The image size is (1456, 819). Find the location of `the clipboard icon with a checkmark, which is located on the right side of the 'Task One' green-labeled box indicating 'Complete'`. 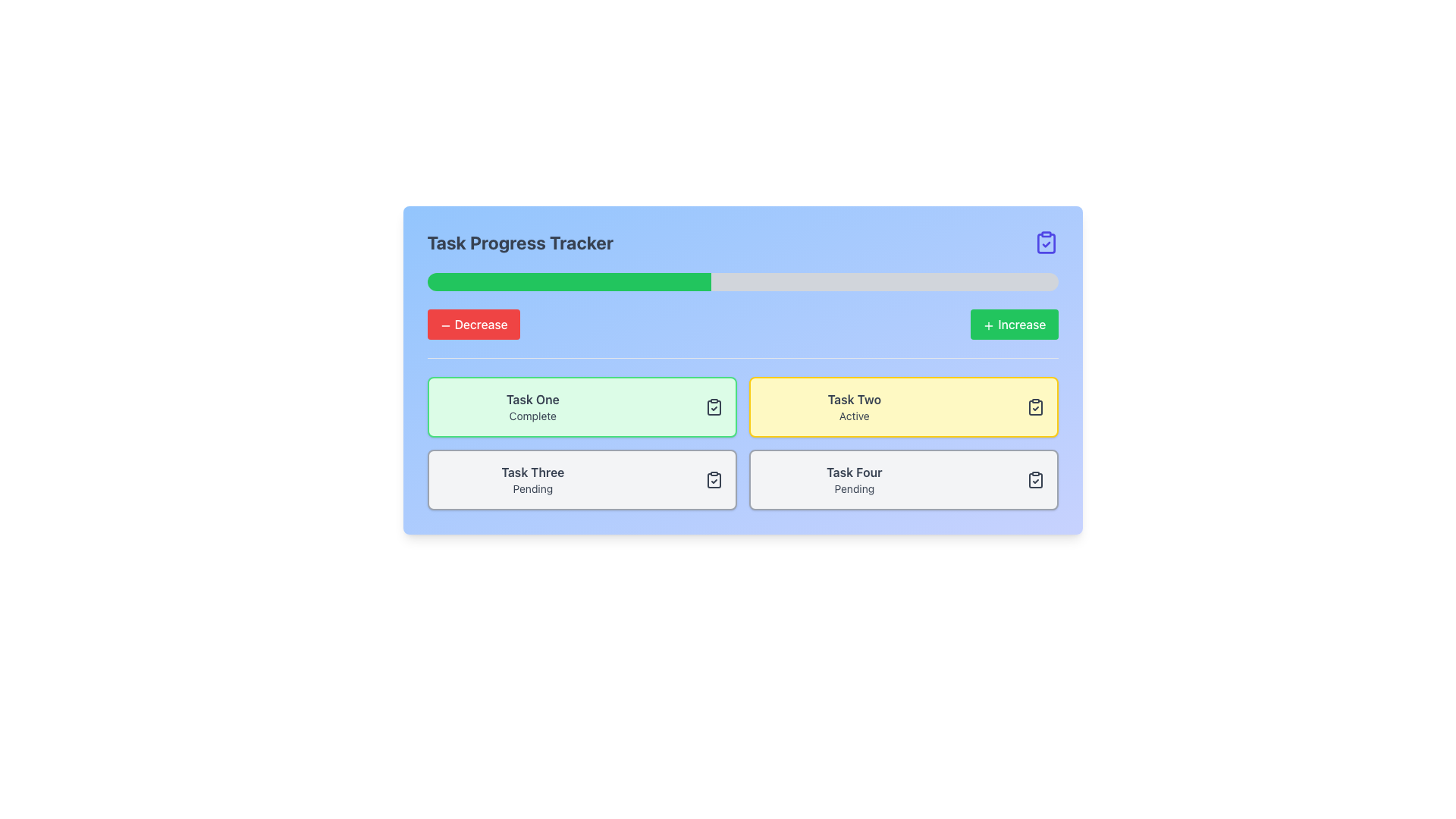

the clipboard icon with a checkmark, which is located on the right side of the 'Task One' green-labeled box indicating 'Complete' is located at coordinates (713, 406).